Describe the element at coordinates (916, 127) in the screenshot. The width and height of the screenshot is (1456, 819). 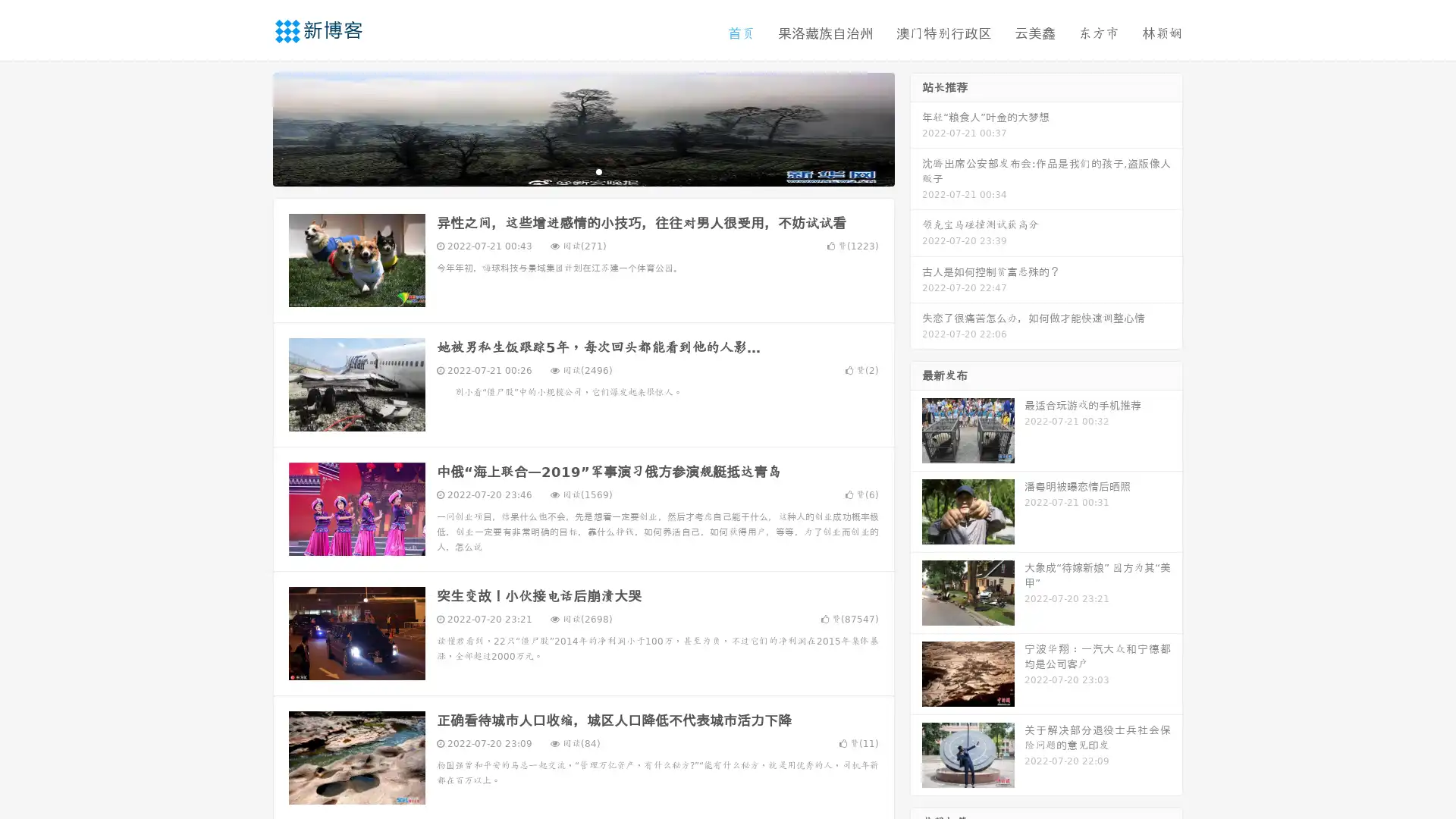
I see `Next slide` at that location.